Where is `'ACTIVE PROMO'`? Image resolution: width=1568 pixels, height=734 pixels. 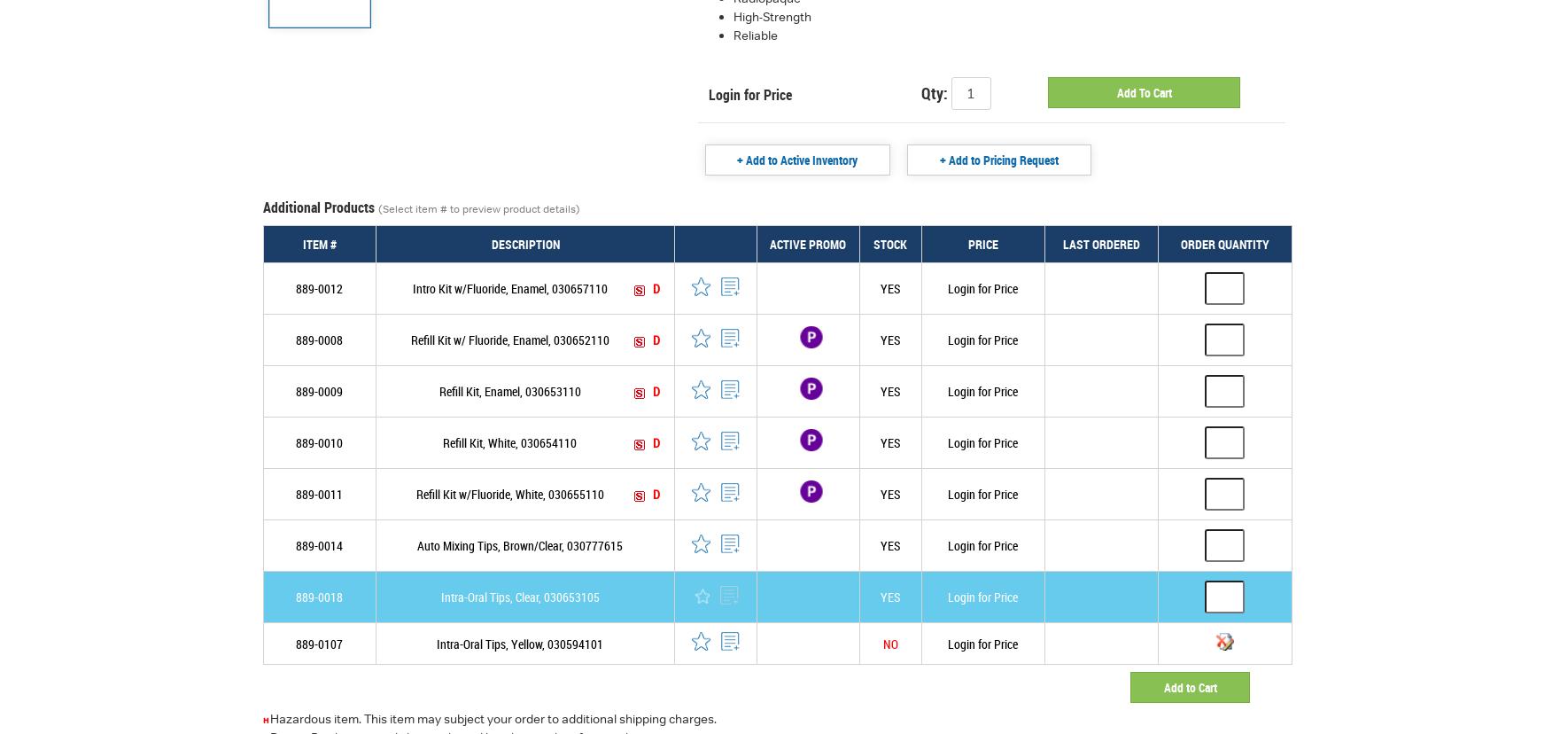
'ACTIVE PROMO' is located at coordinates (807, 243).